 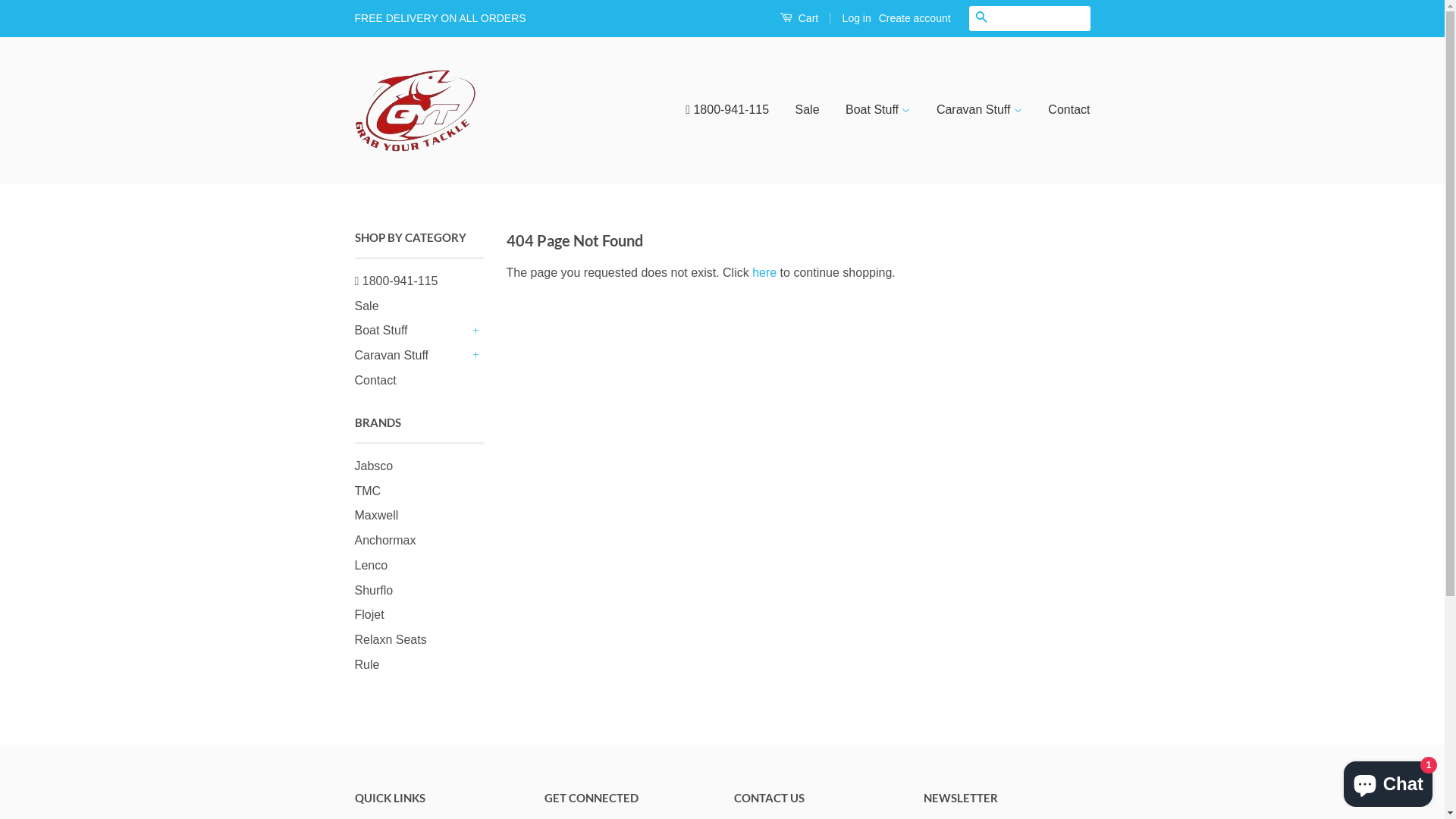 I want to click on 'Create account', so click(x=914, y=17).